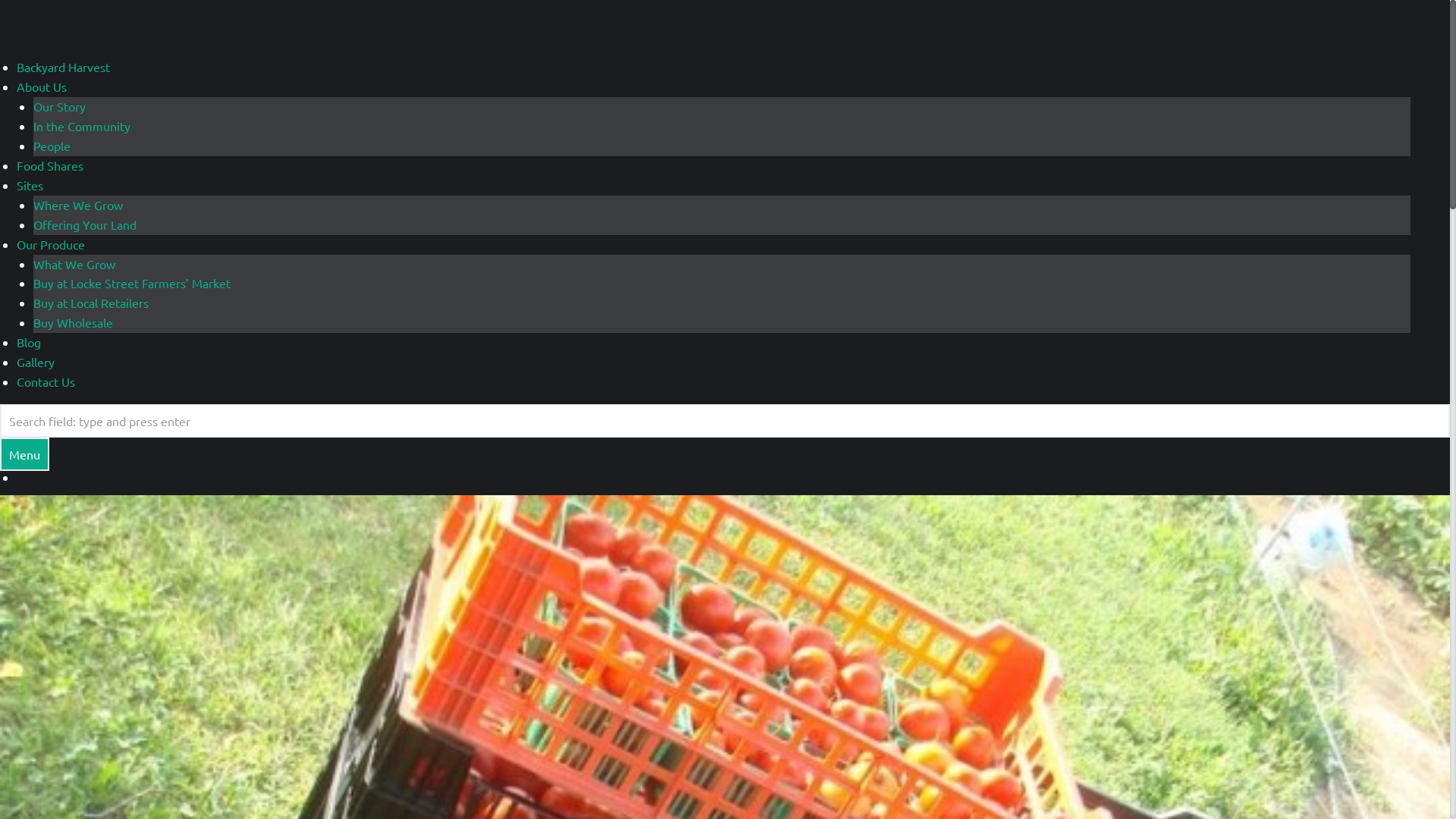 This screenshot has height=819, width=1456. I want to click on 'In the Community', so click(81, 124).